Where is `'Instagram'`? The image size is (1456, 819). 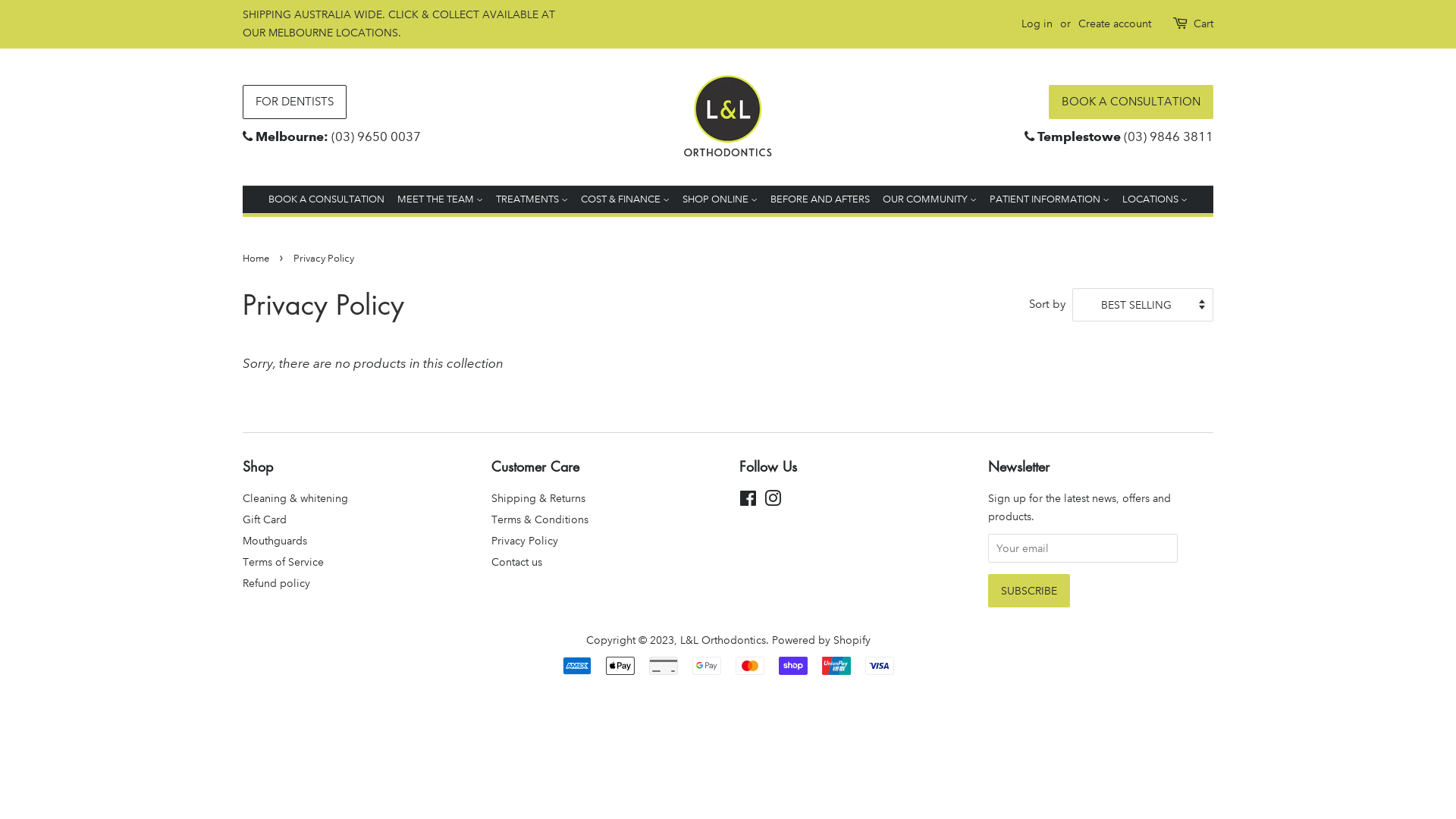
'Instagram' is located at coordinates (772, 500).